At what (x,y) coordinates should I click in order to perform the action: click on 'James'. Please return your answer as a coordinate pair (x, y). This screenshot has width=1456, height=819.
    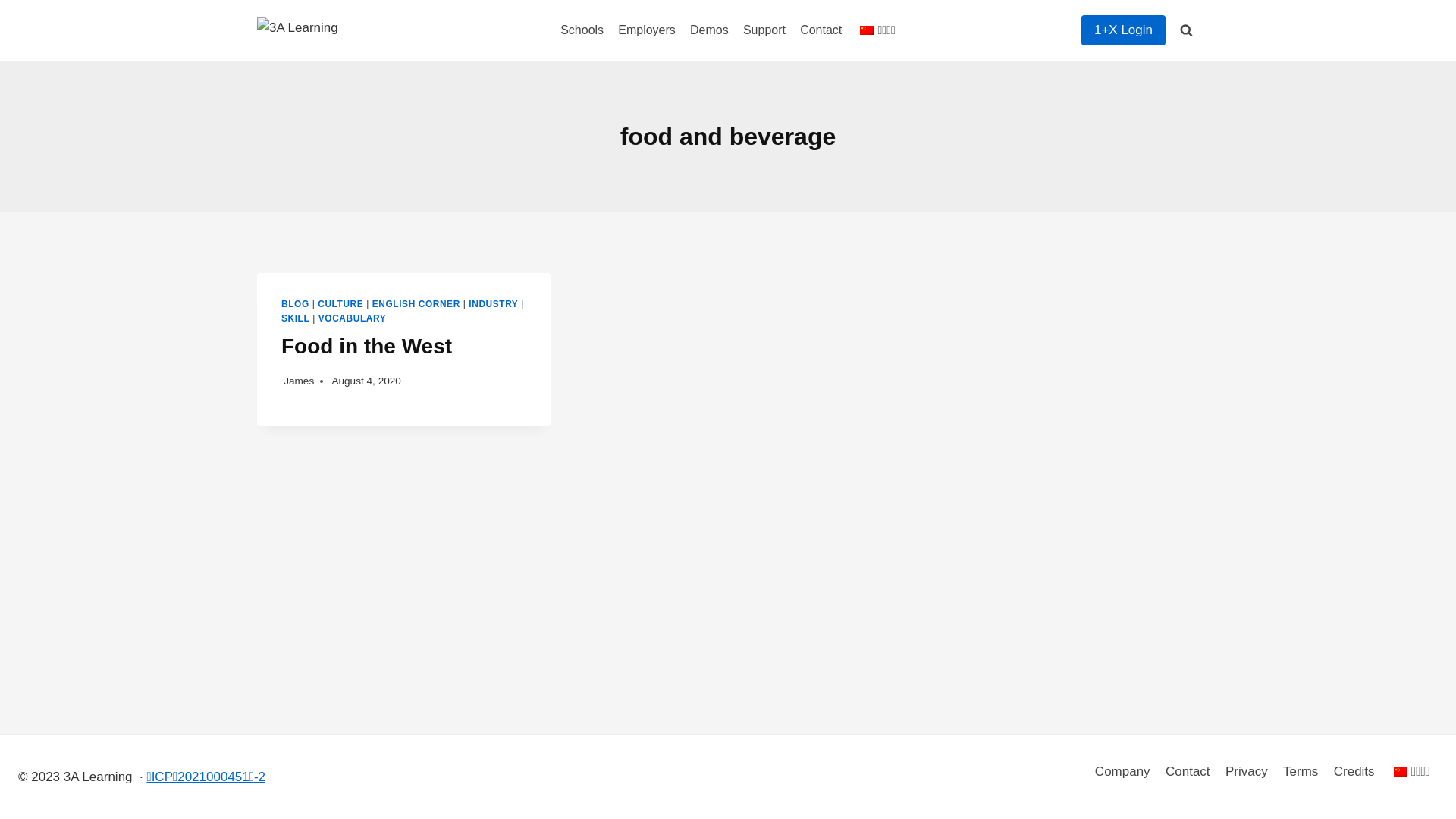
    Looking at the image, I should click on (298, 380).